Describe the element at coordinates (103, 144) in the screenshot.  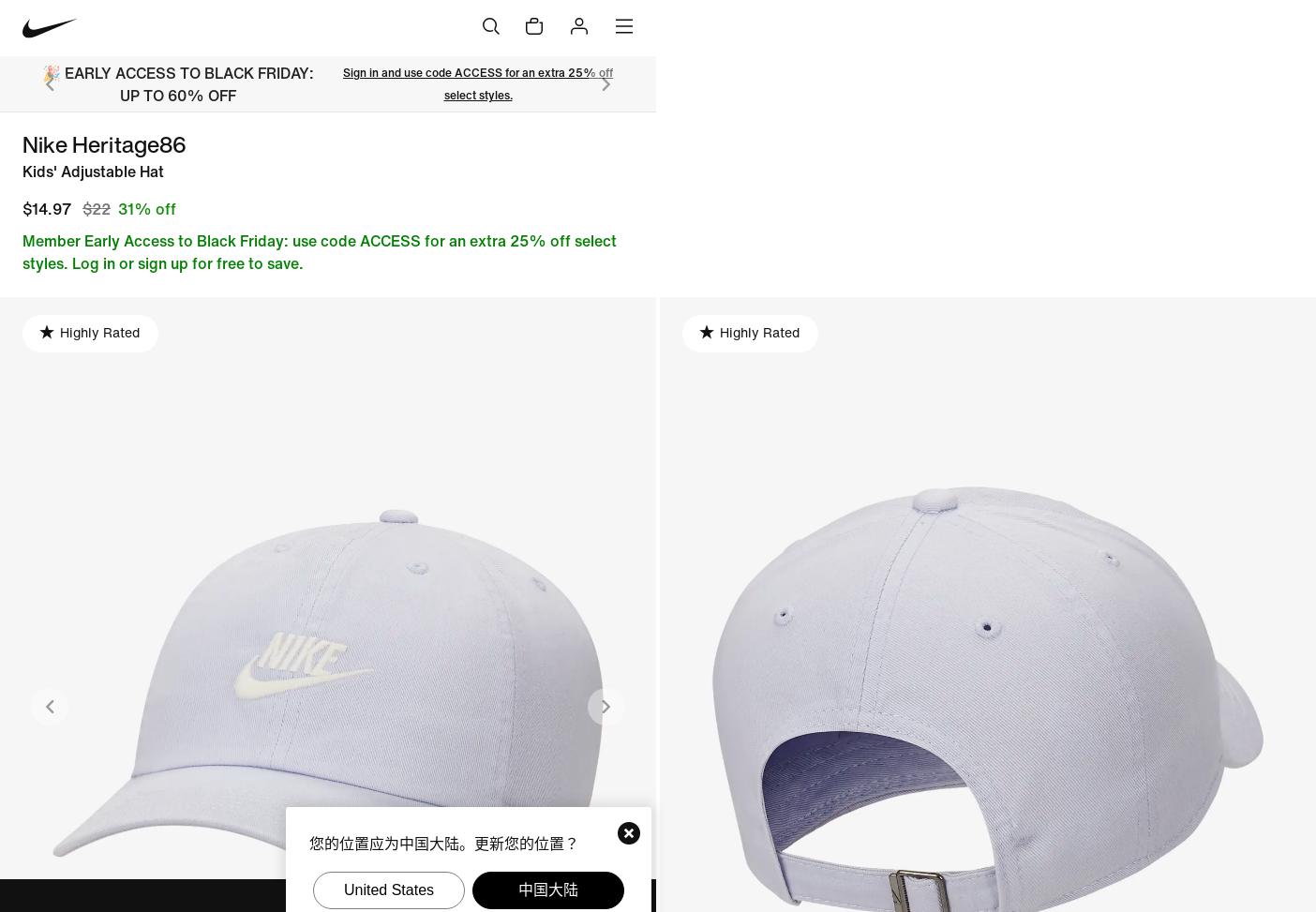
I see `'Nike Heritage86'` at that location.